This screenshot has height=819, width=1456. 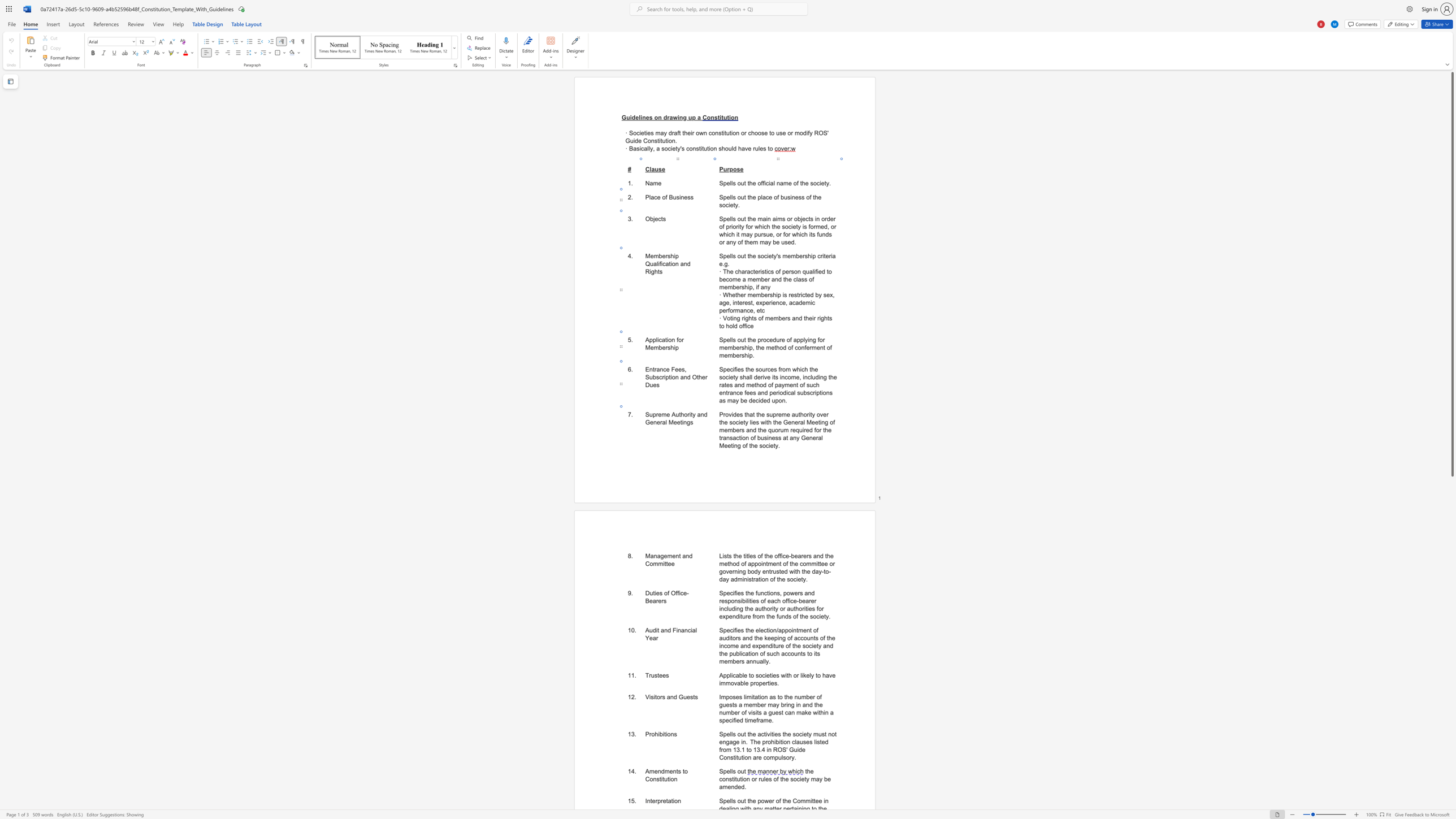 I want to click on the 2th character "g" in the text, so click(x=734, y=741).